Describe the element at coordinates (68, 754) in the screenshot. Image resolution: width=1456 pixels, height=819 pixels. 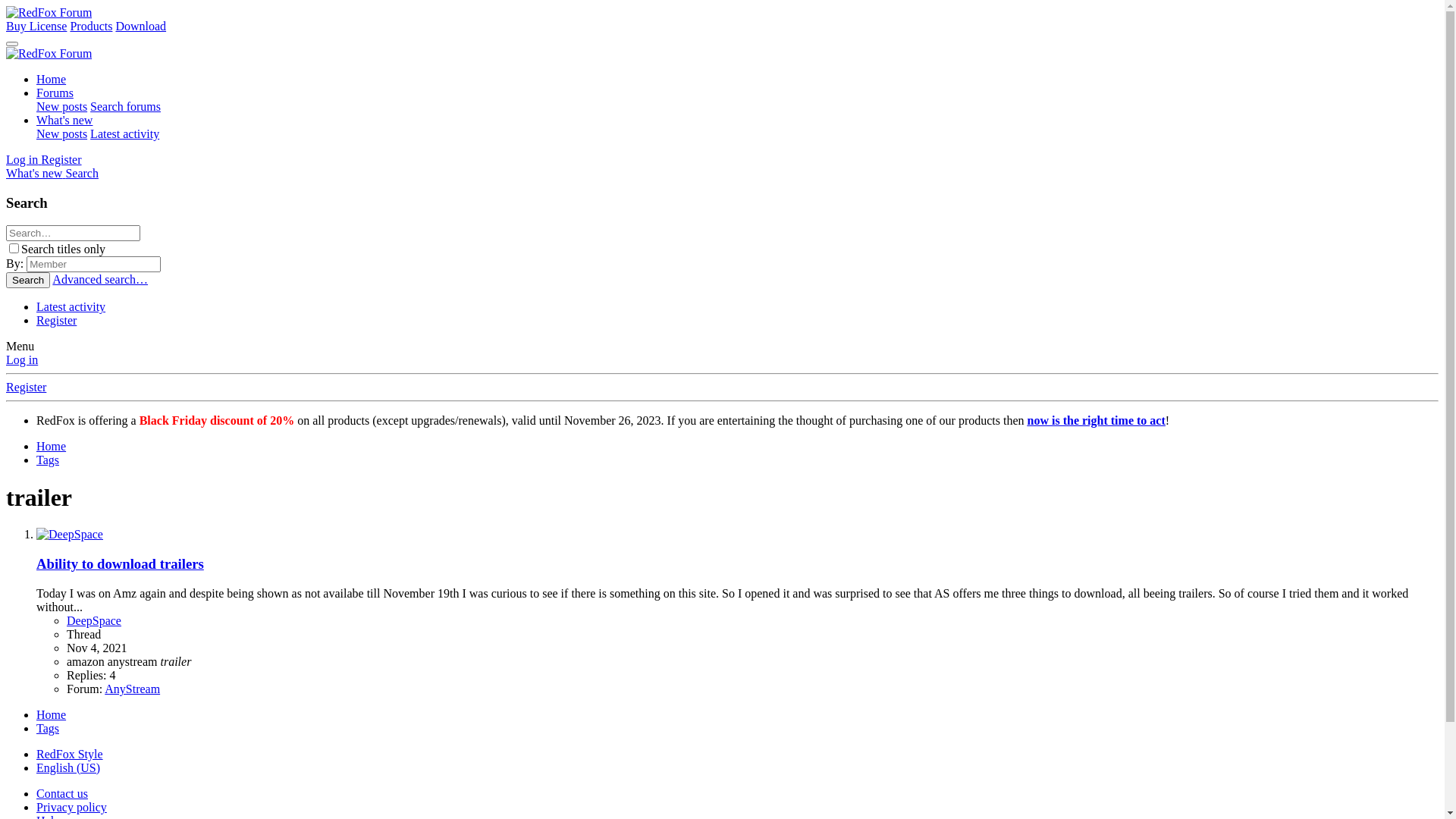
I see `'RedFox Style'` at that location.